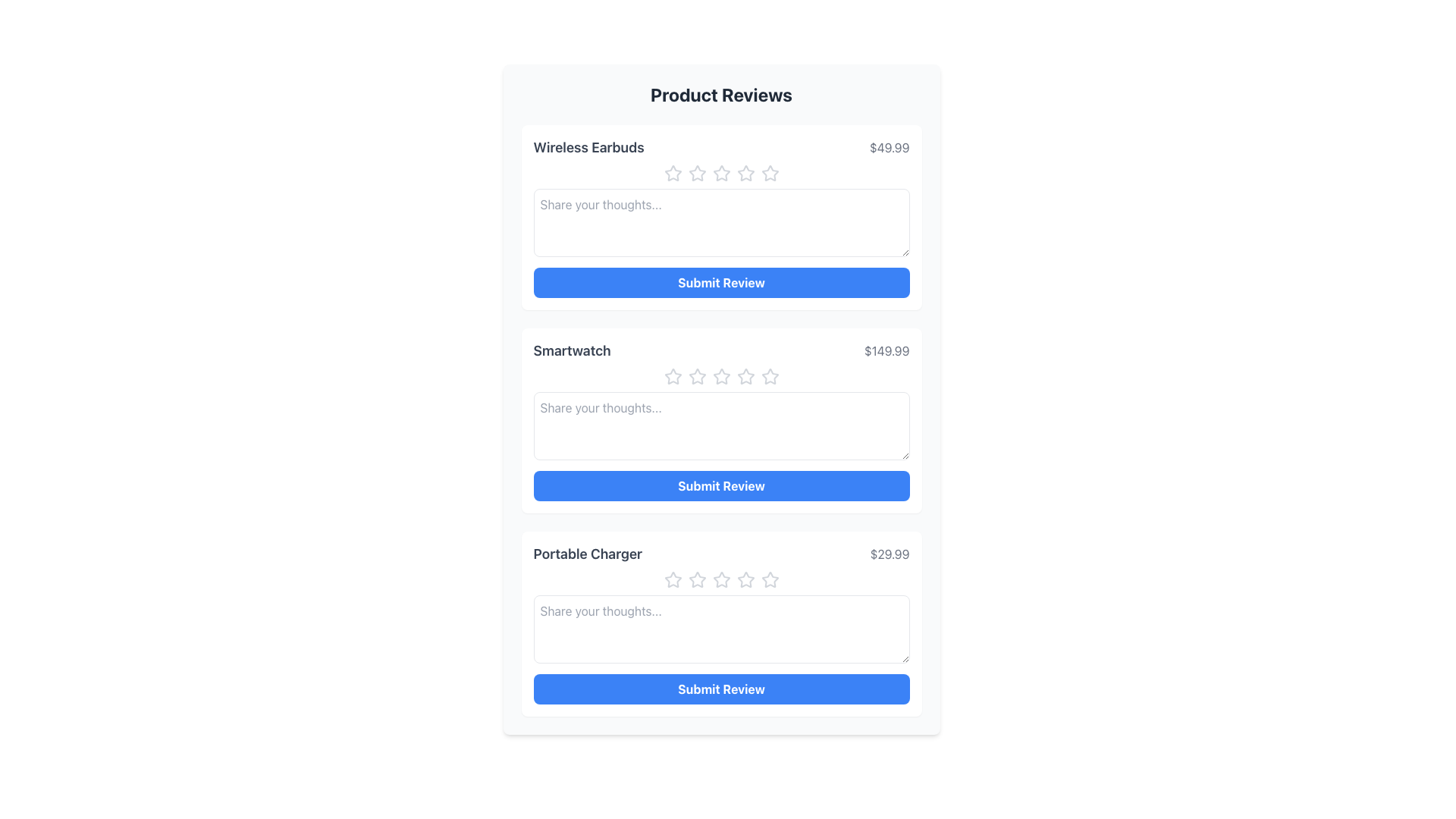  What do you see at coordinates (720, 172) in the screenshot?
I see `the second rating star icon` at bounding box center [720, 172].